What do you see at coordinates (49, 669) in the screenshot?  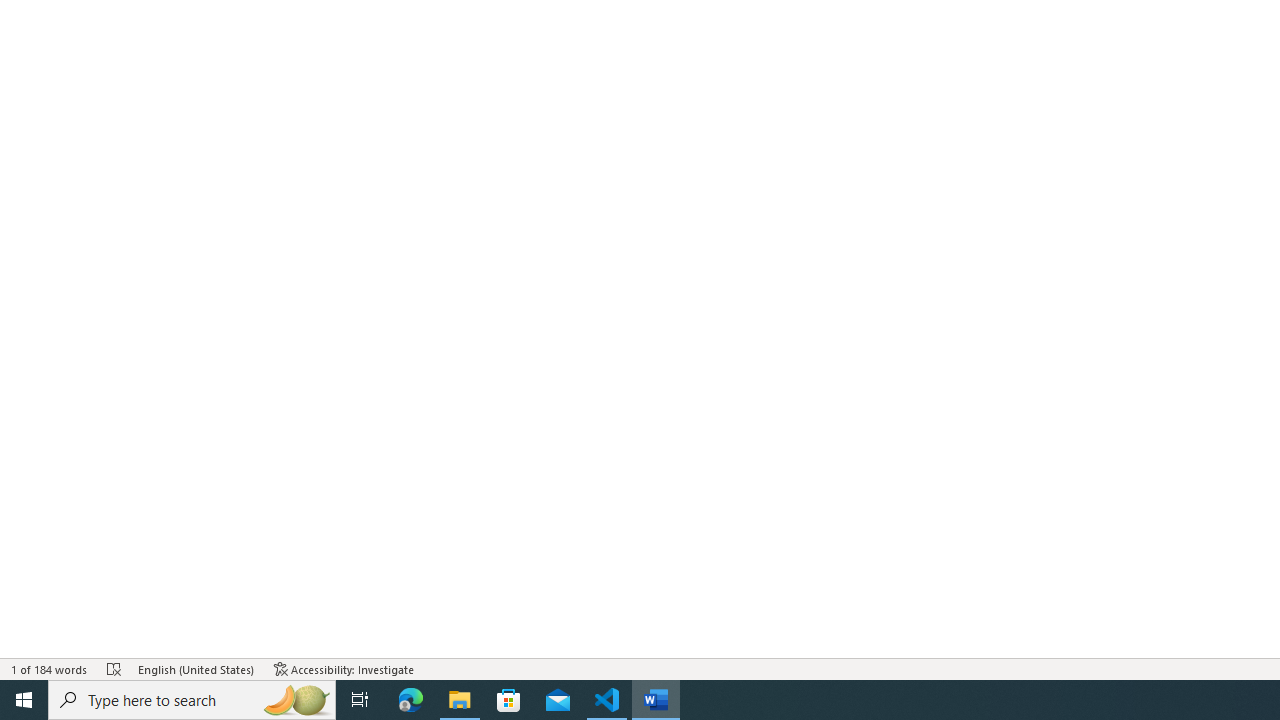 I see `'Word Count 1 of 184 words'` at bounding box center [49, 669].